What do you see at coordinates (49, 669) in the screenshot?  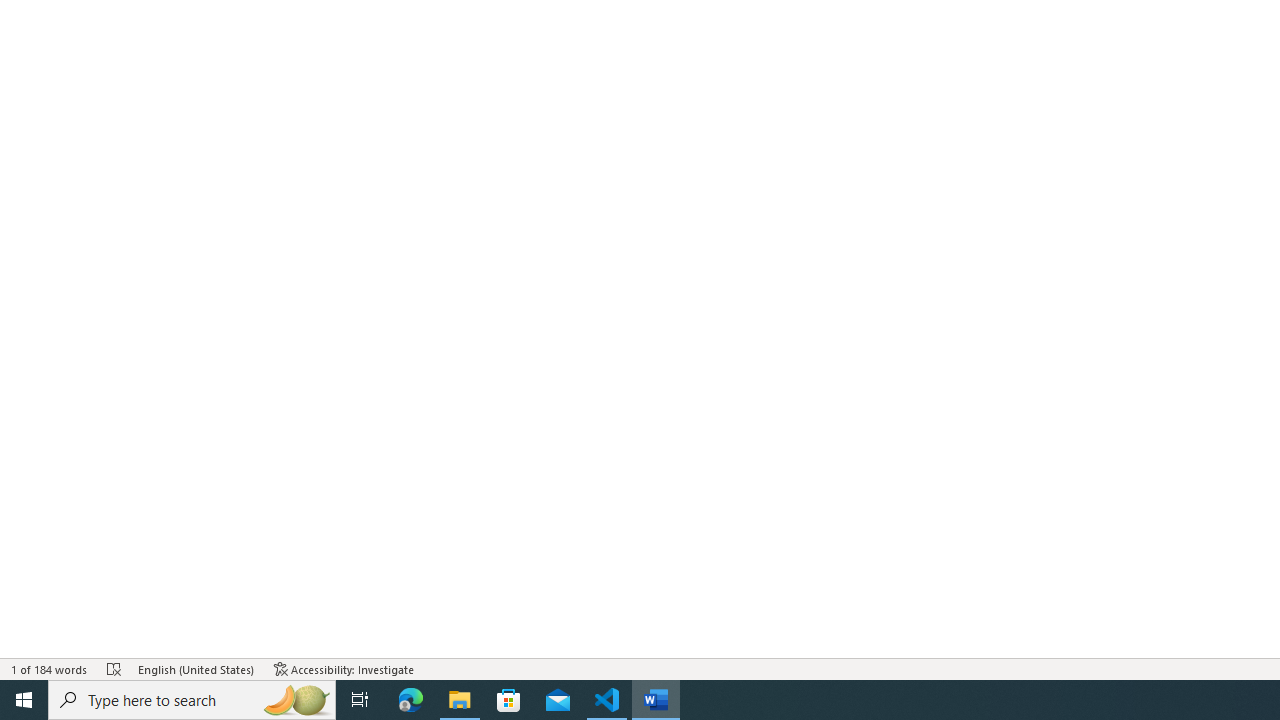 I see `'Word Count 1 of 184 words'` at bounding box center [49, 669].